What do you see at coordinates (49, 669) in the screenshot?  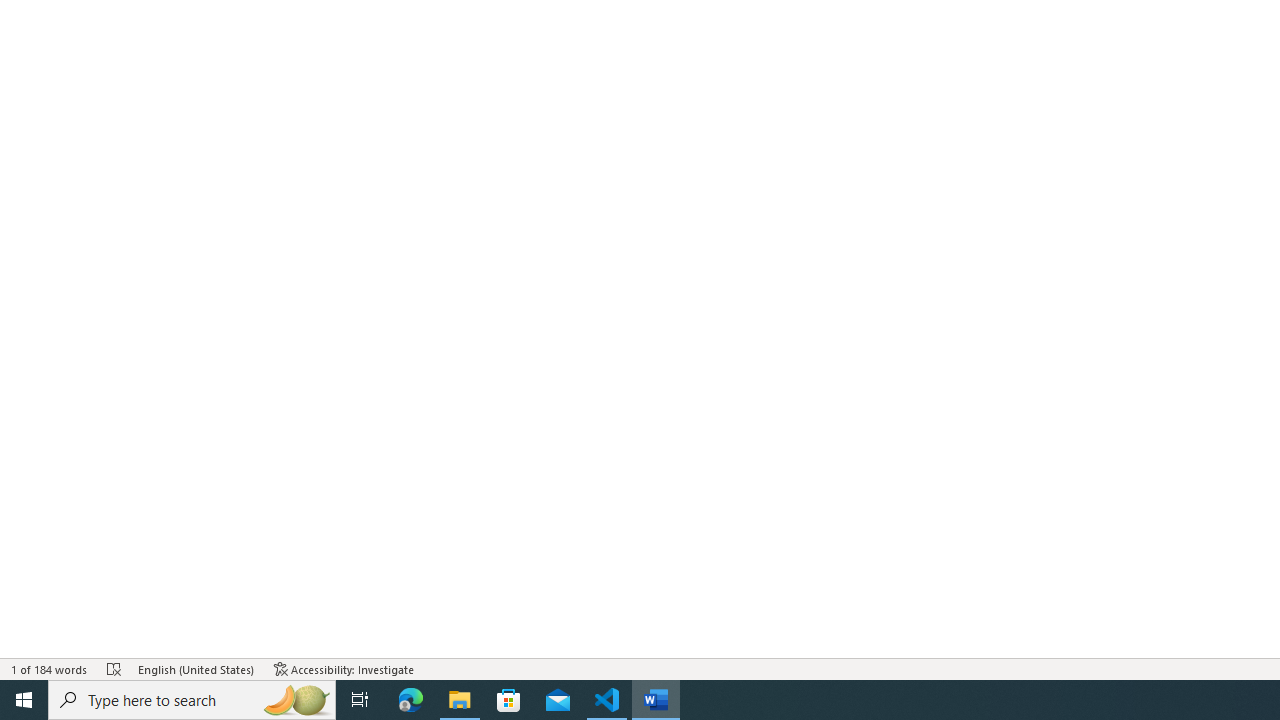 I see `'Word Count 1 of 184 words'` at bounding box center [49, 669].